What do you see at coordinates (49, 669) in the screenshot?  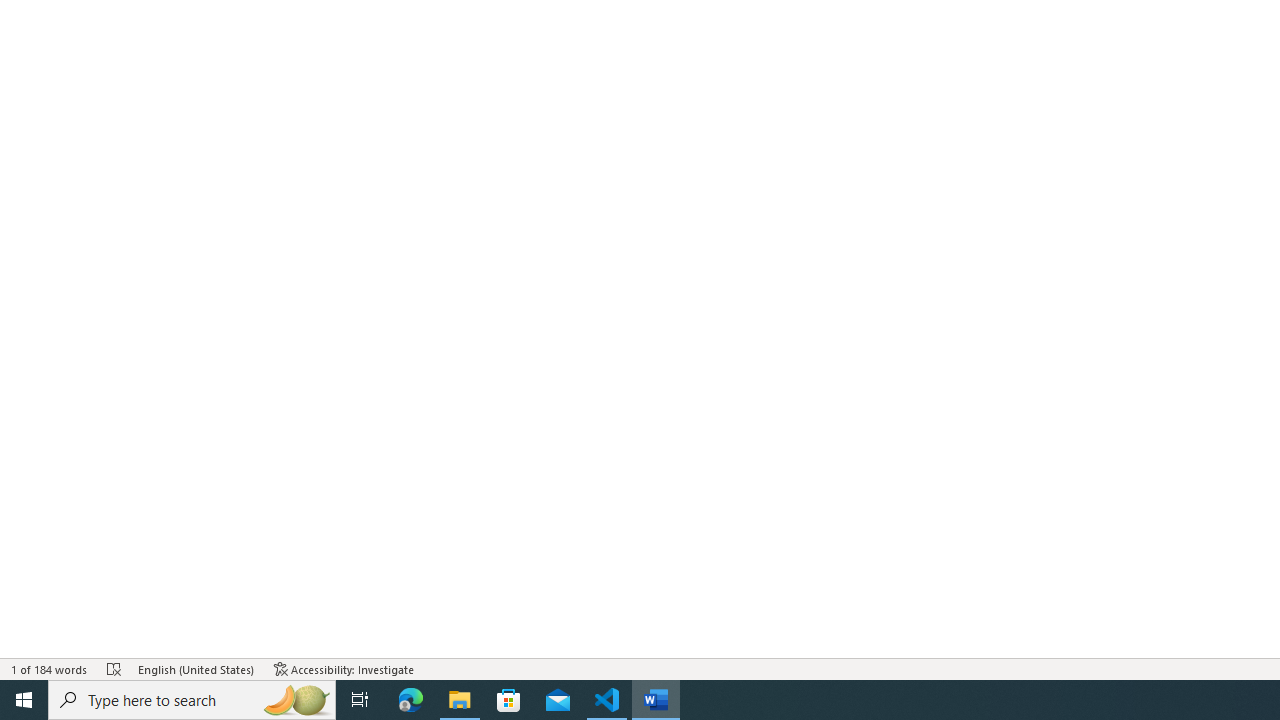 I see `'Word Count 1 of 184 words'` at bounding box center [49, 669].